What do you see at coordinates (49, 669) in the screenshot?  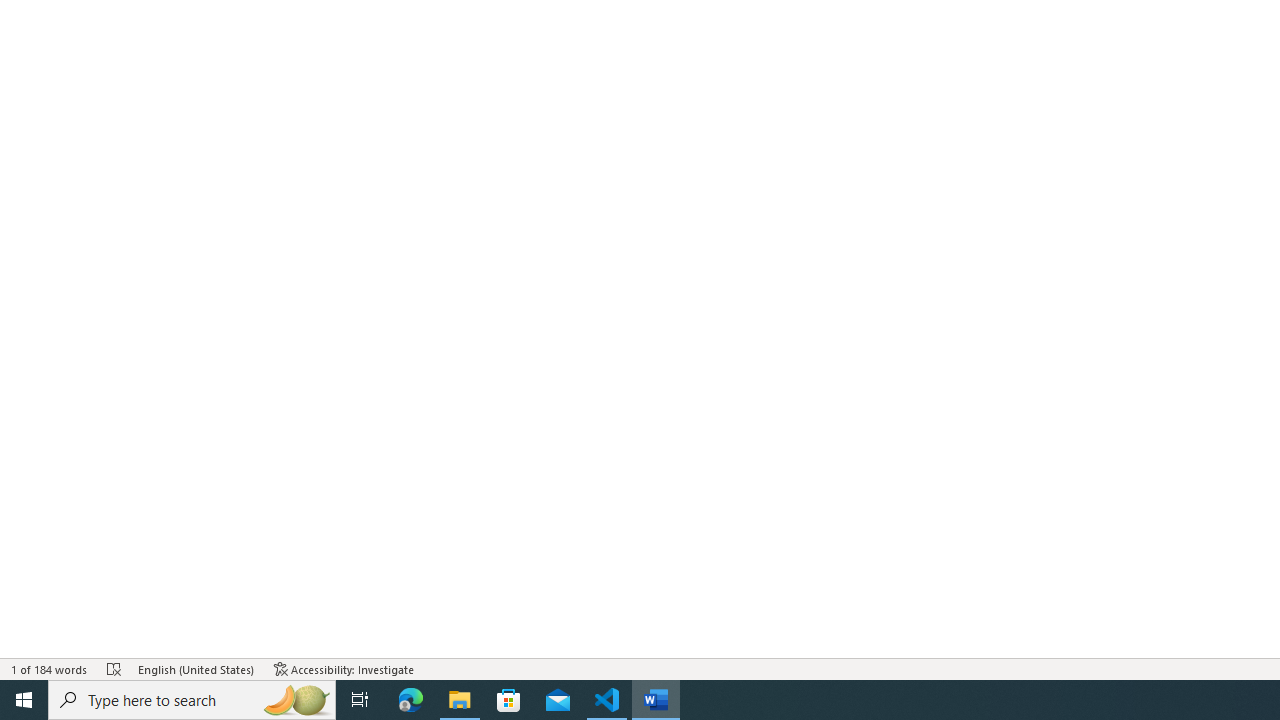 I see `'Word Count 1 of 184 words'` at bounding box center [49, 669].